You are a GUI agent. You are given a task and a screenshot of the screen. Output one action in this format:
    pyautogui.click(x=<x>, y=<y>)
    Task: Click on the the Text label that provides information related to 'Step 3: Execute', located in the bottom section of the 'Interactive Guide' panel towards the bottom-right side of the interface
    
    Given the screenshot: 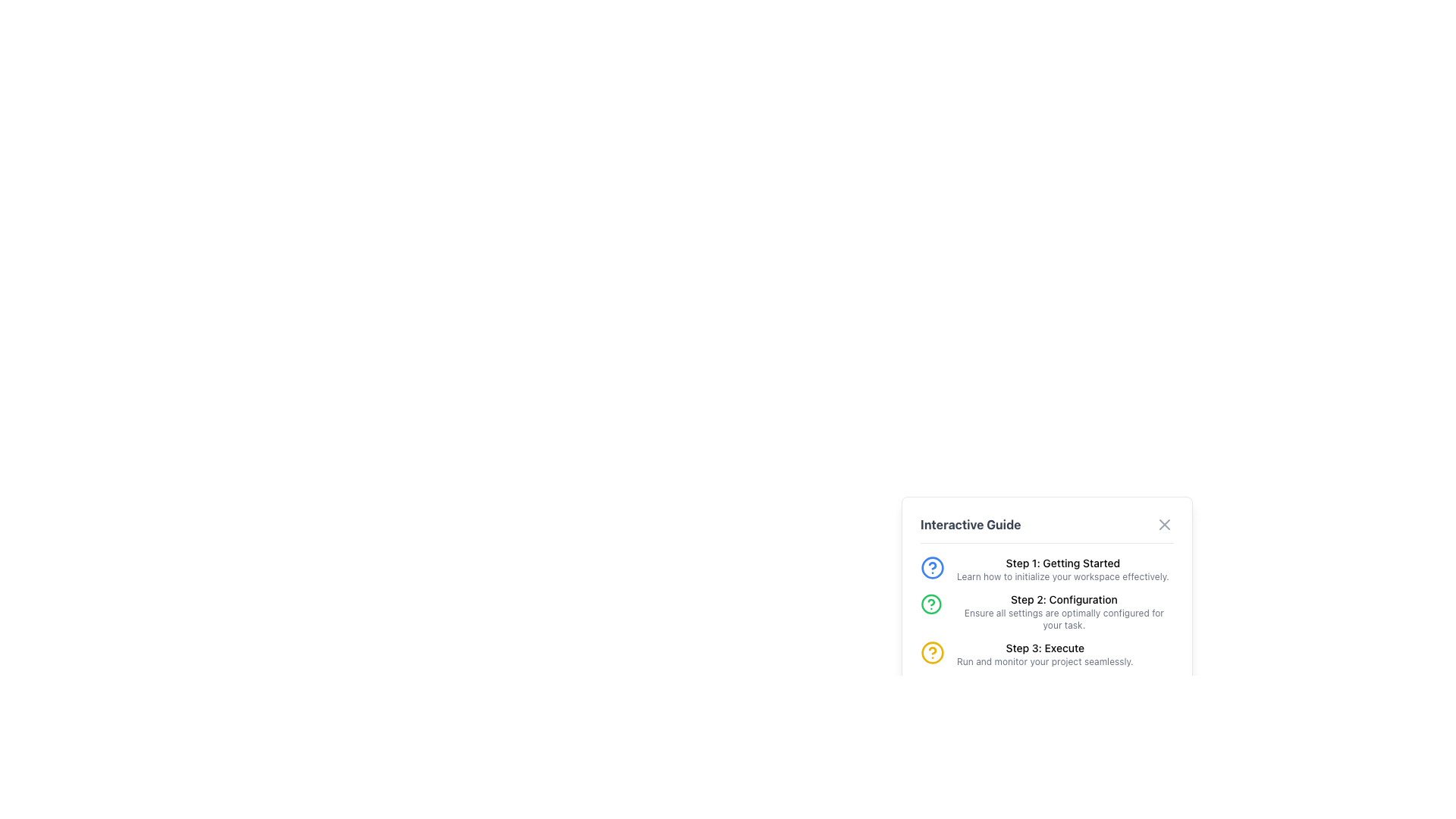 What is the action you would take?
    pyautogui.click(x=1044, y=661)
    